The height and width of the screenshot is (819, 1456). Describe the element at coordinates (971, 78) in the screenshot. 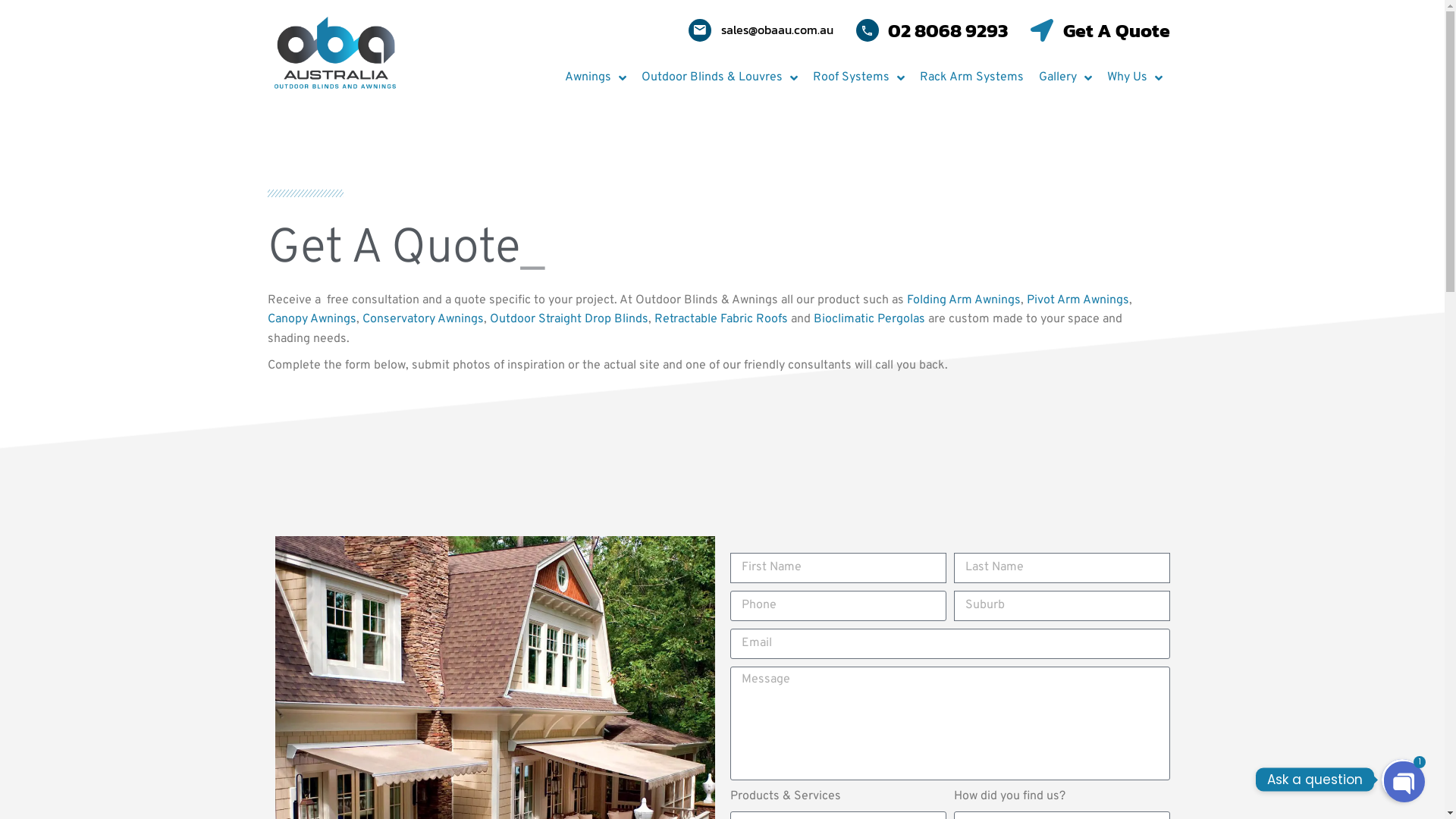

I see `'Rack Arm Systems'` at that location.